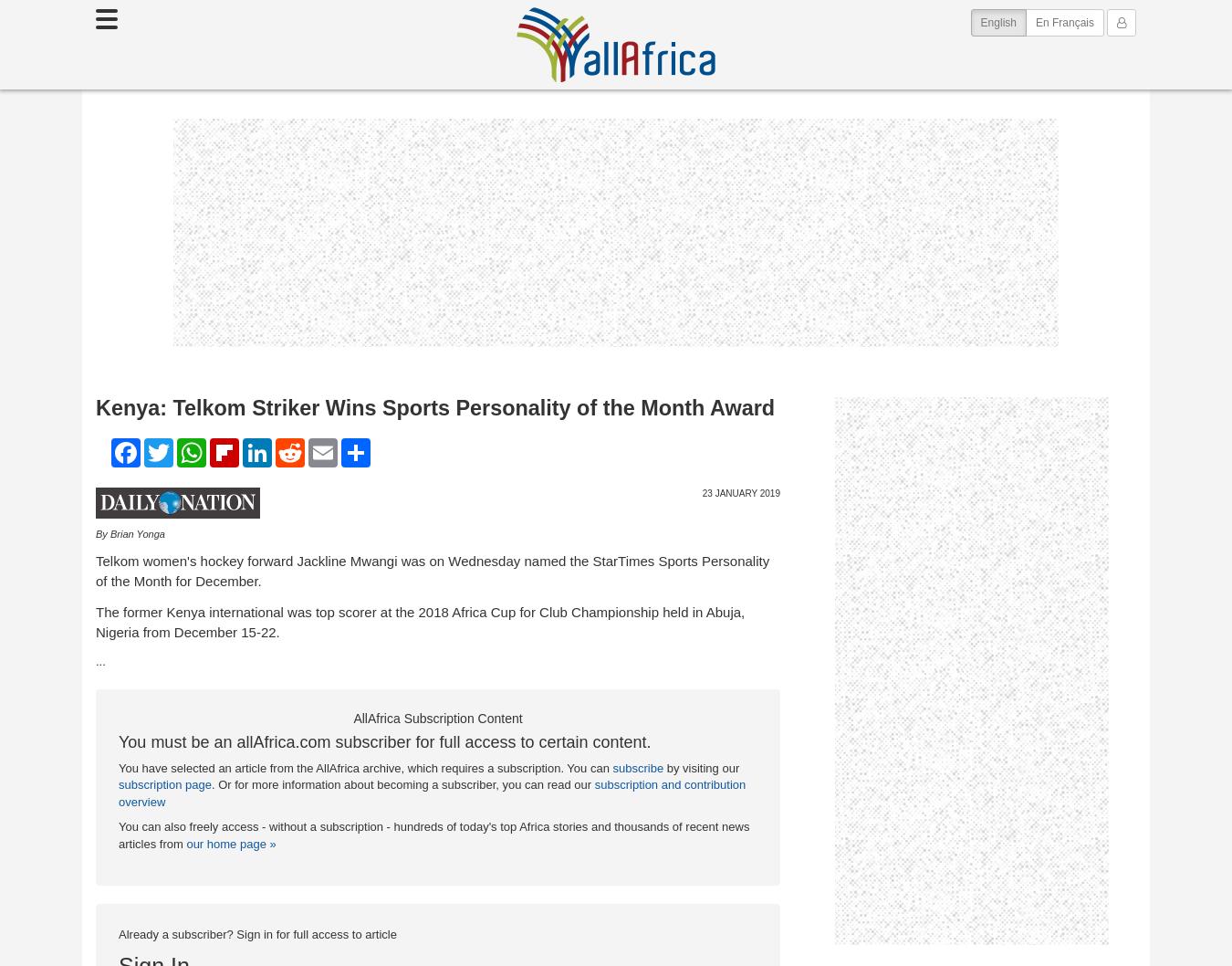 This screenshot has height=966, width=1232. What do you see at coordinates (1034, 22) in the screenshot?
I see `'En Français'` at bounding box center [1034, 22].